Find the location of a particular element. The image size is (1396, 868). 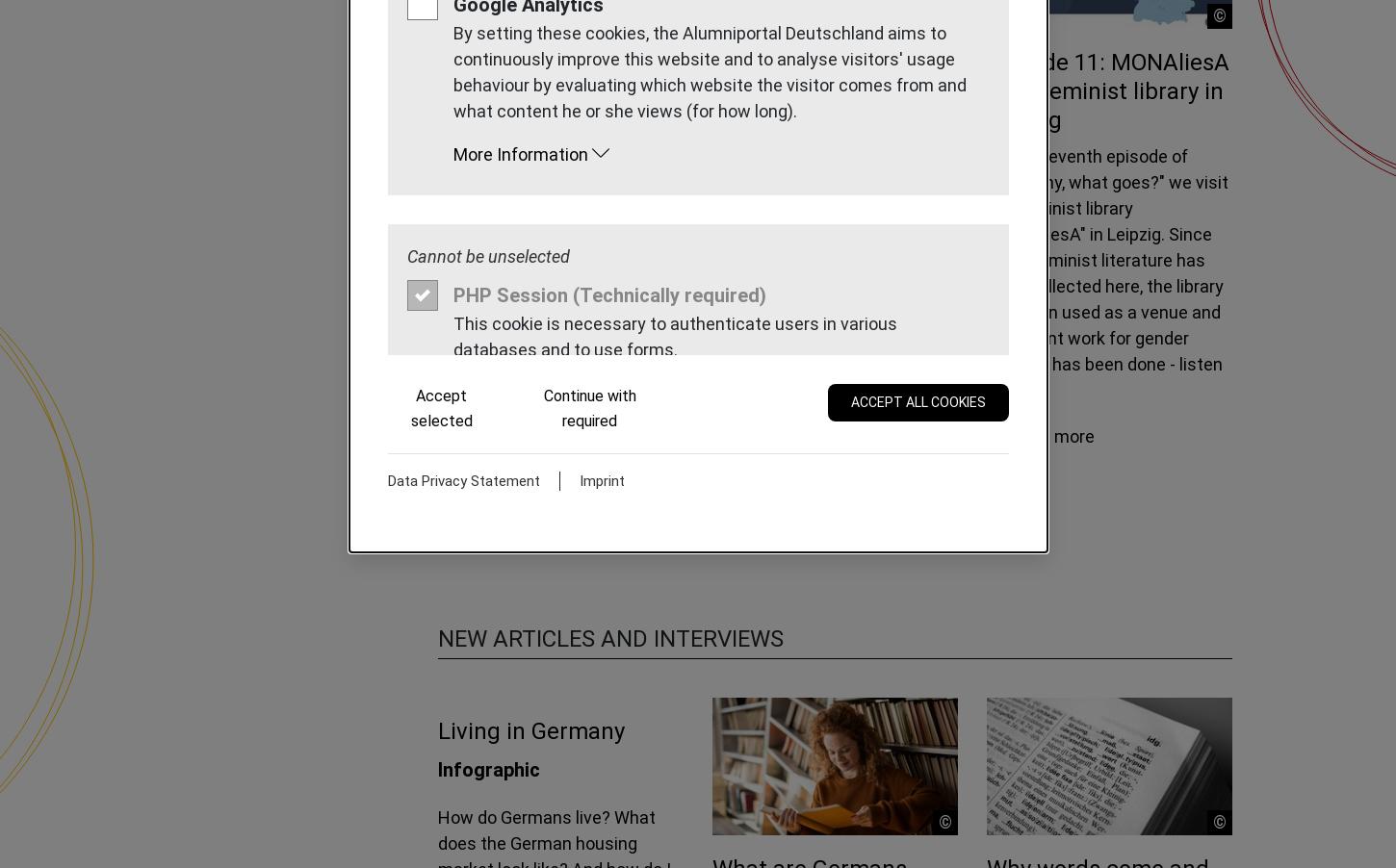

'Episode 12: Trier is "quant"!' is located at coordinates (535, 76).